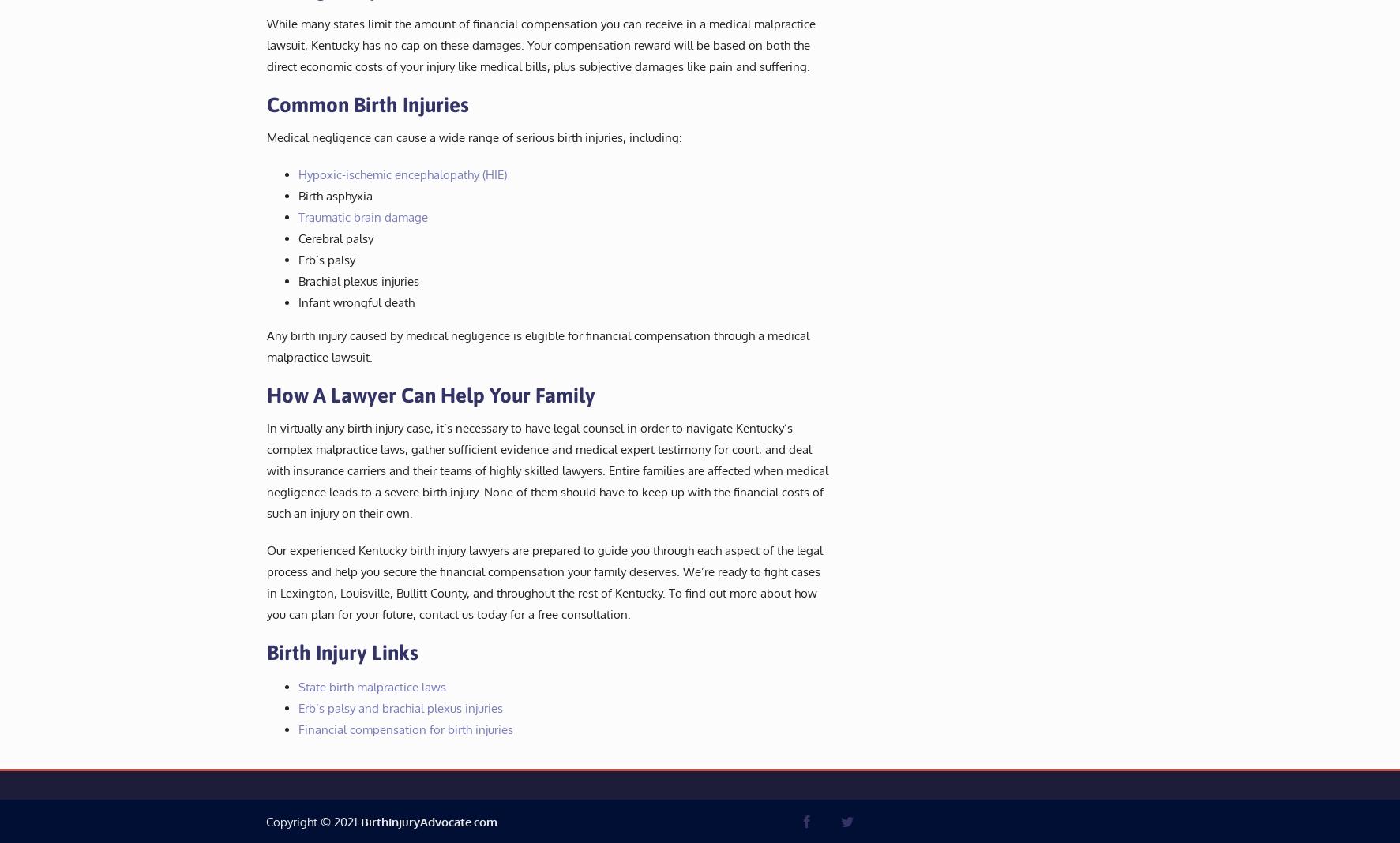 The image size is (1400, 843). I want to click on 'Birth Injury Links', so click(340, 650).